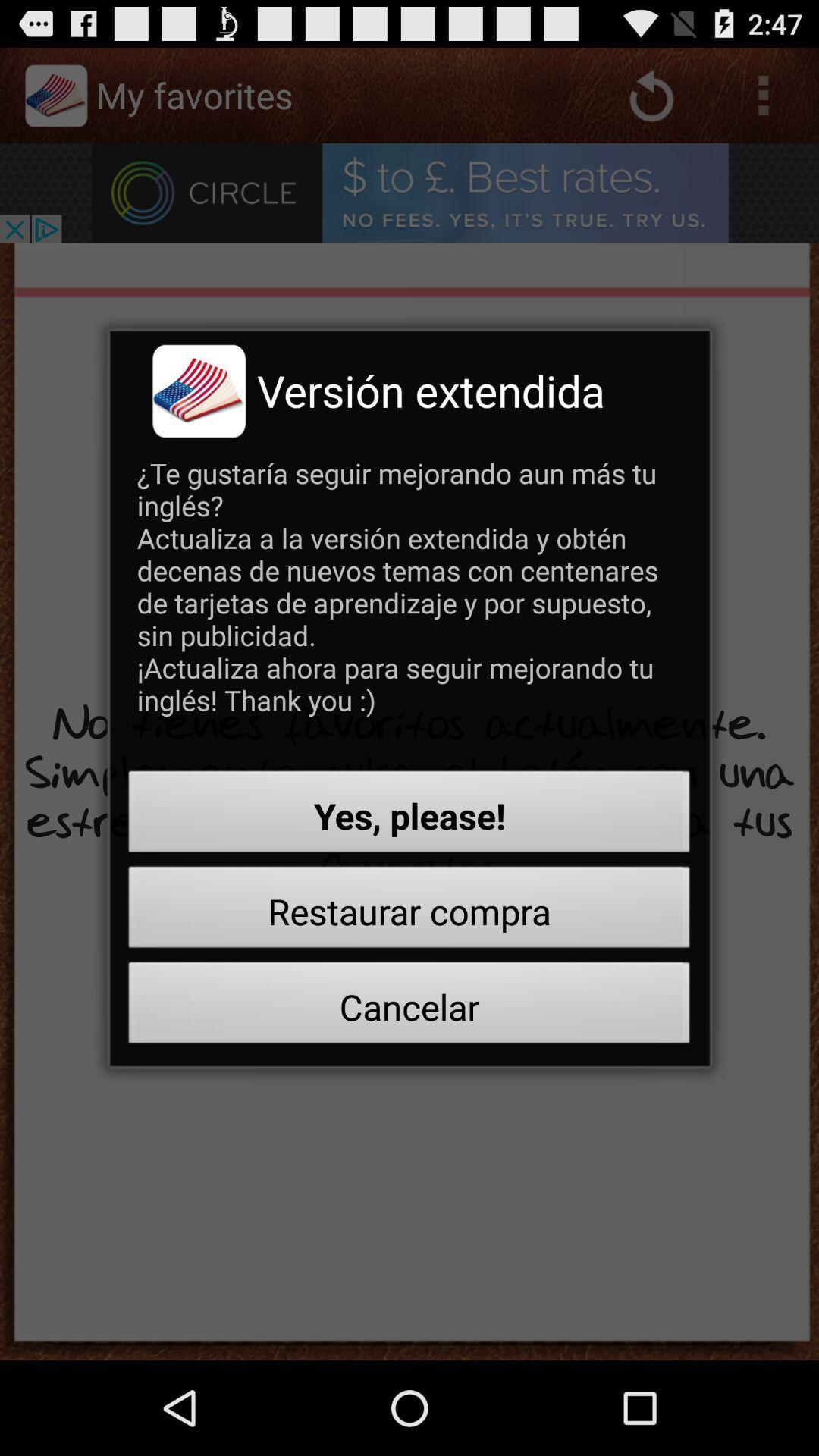 This screenshot has height=1456, width=819. I want to click on the item below the restaurar compra, so click(409, 1007).